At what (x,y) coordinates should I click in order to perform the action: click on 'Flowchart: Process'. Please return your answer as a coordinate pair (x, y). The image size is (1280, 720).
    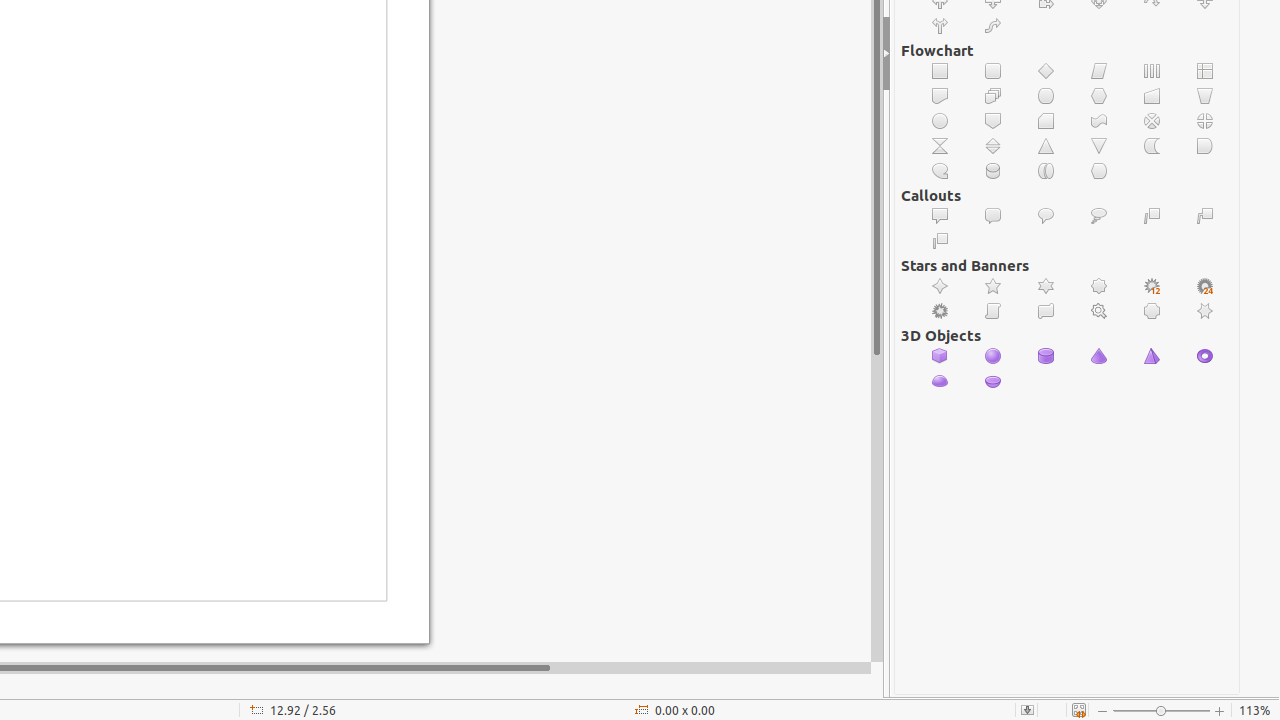
    Looking at the image, I should click on (939, 70).